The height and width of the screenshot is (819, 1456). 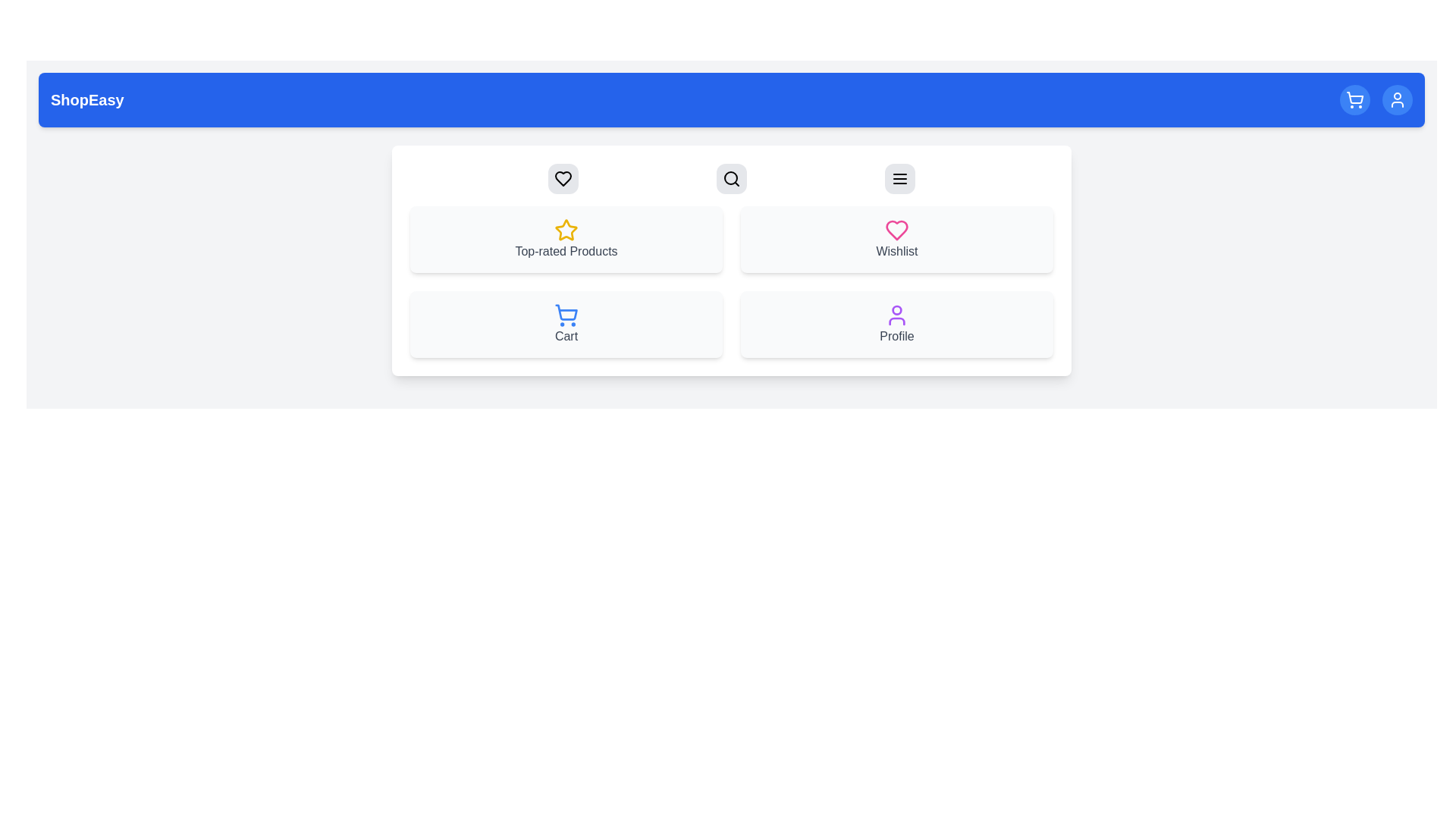 I want to click on the star-shaped icon with a yellow outline located in the top-left rectangular box above the 'Top-rated Products' text, so click(x=566, y=231).